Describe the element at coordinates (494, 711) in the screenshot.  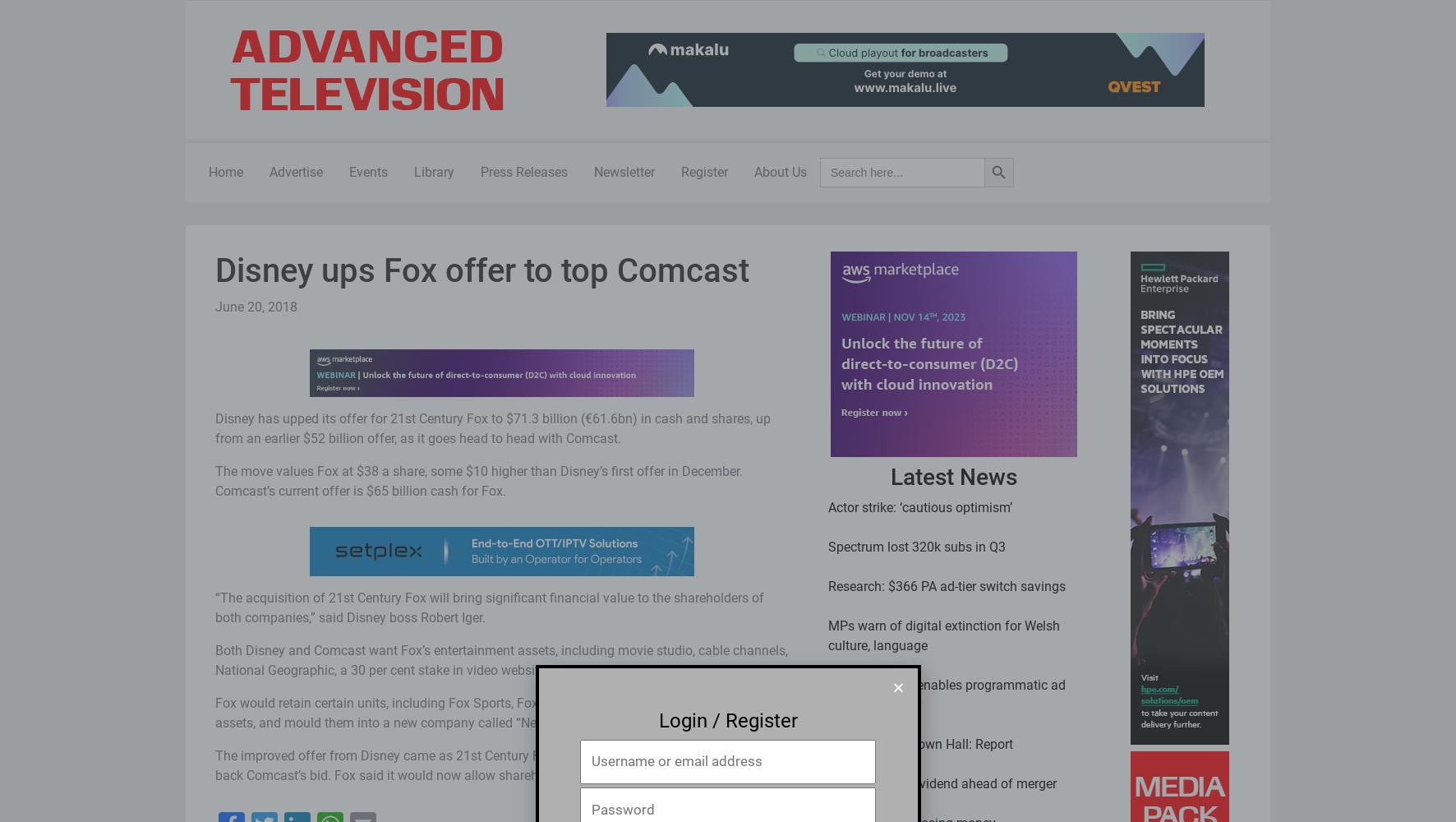
I see `'Fox would retain certain units, including Fox Sports, Fox News, Fox Television Stations and other assets, and mould them into a new company called “New Fox”.'` at that location.